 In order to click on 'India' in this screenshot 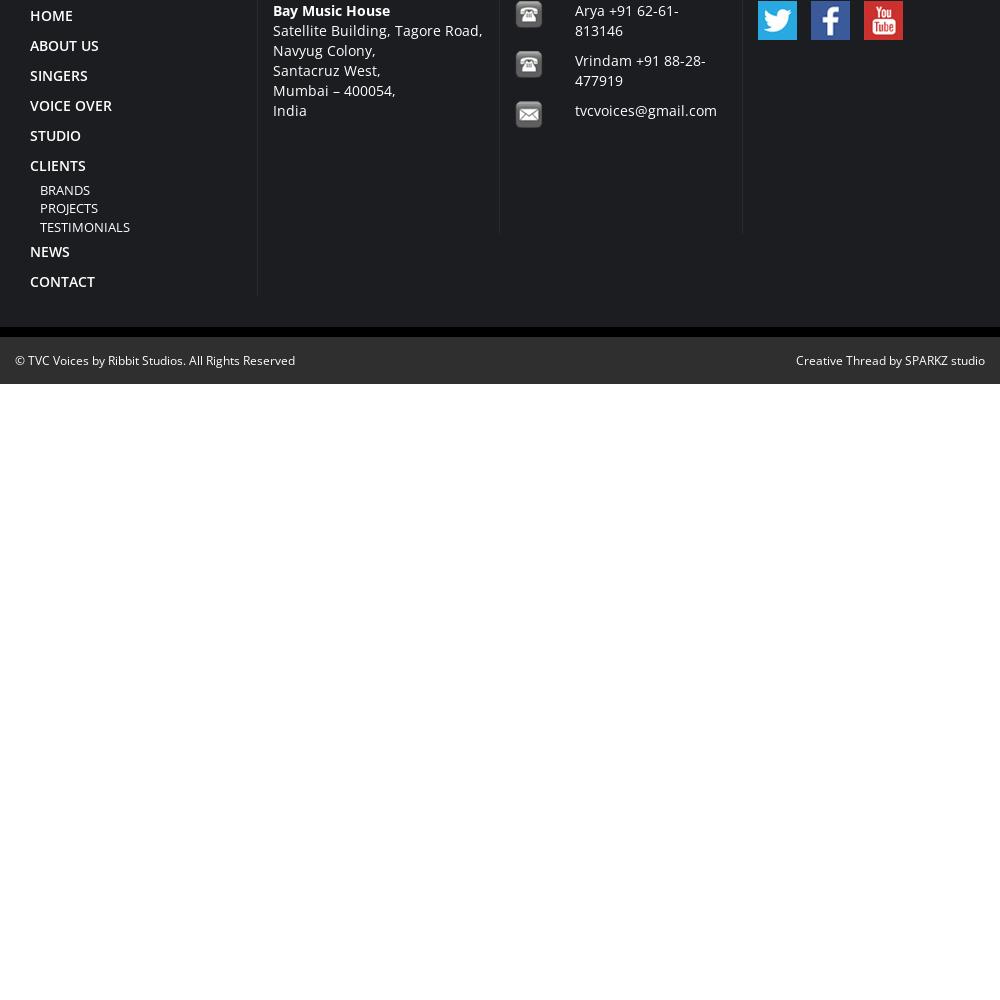, I will do `click(272, 108)`.